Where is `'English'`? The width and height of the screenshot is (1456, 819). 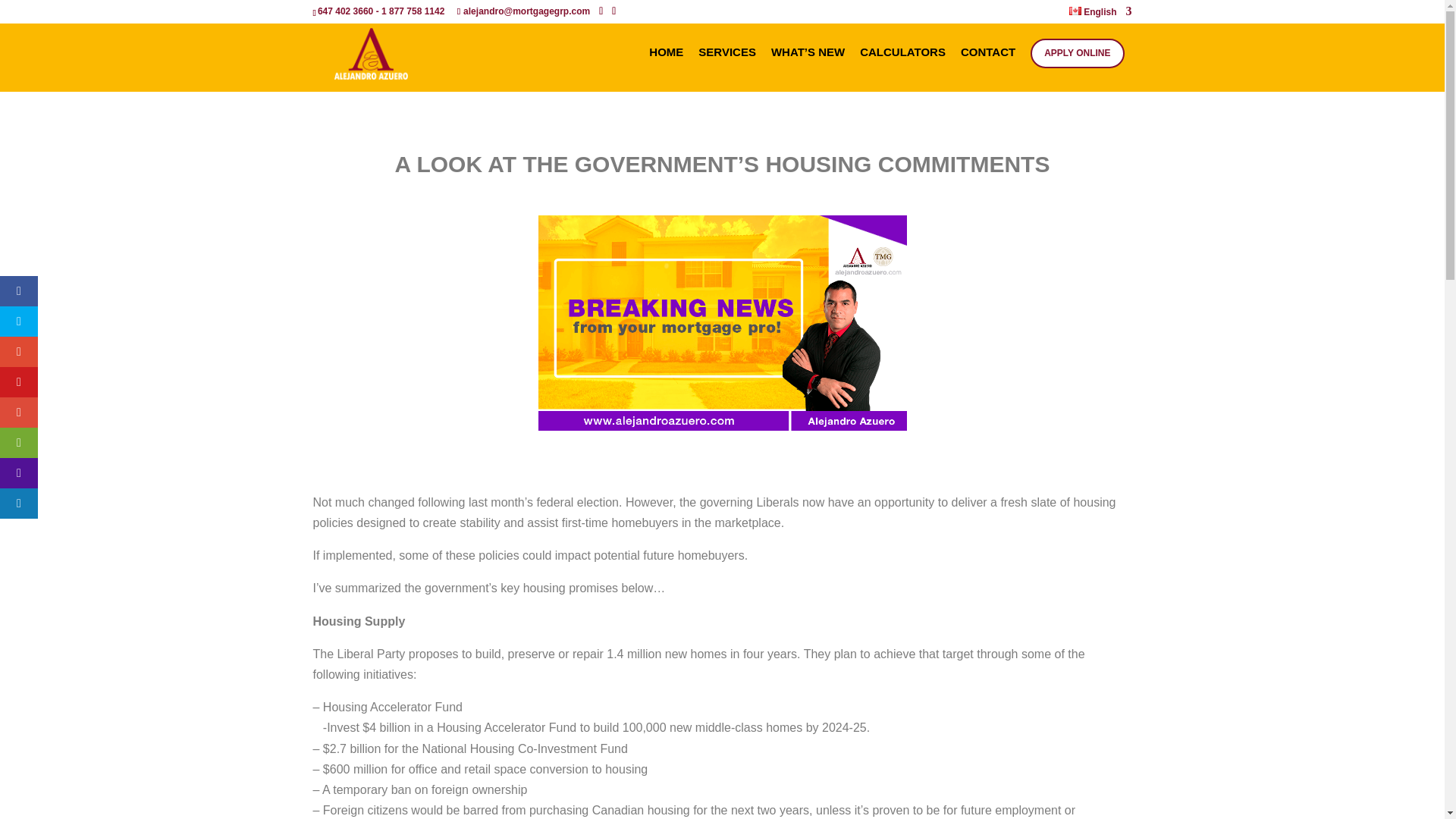 'English' is located at coordinates (1100, 14).